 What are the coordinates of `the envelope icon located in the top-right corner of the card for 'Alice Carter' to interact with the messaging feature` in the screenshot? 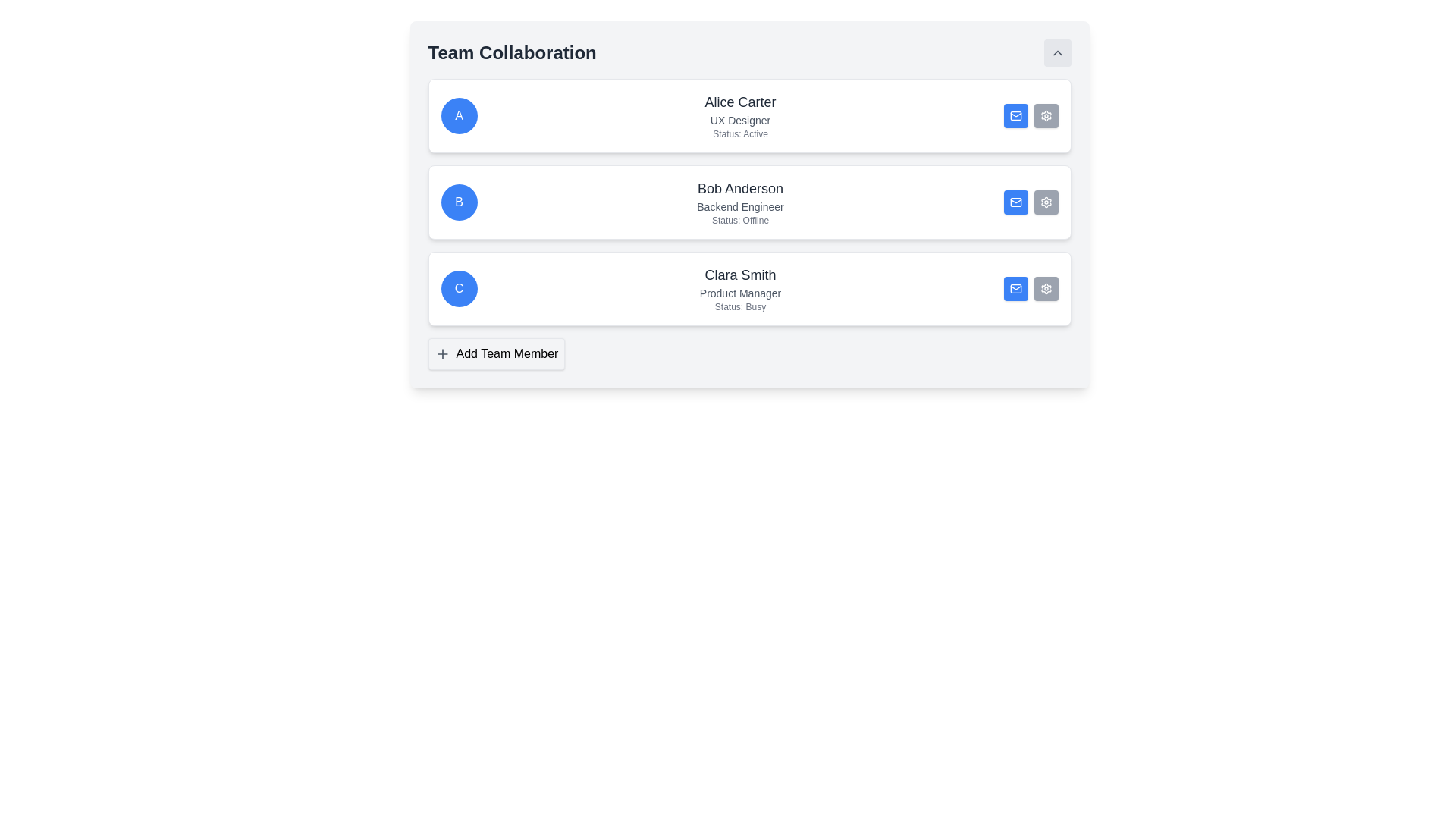 It's located at (1015, 115).